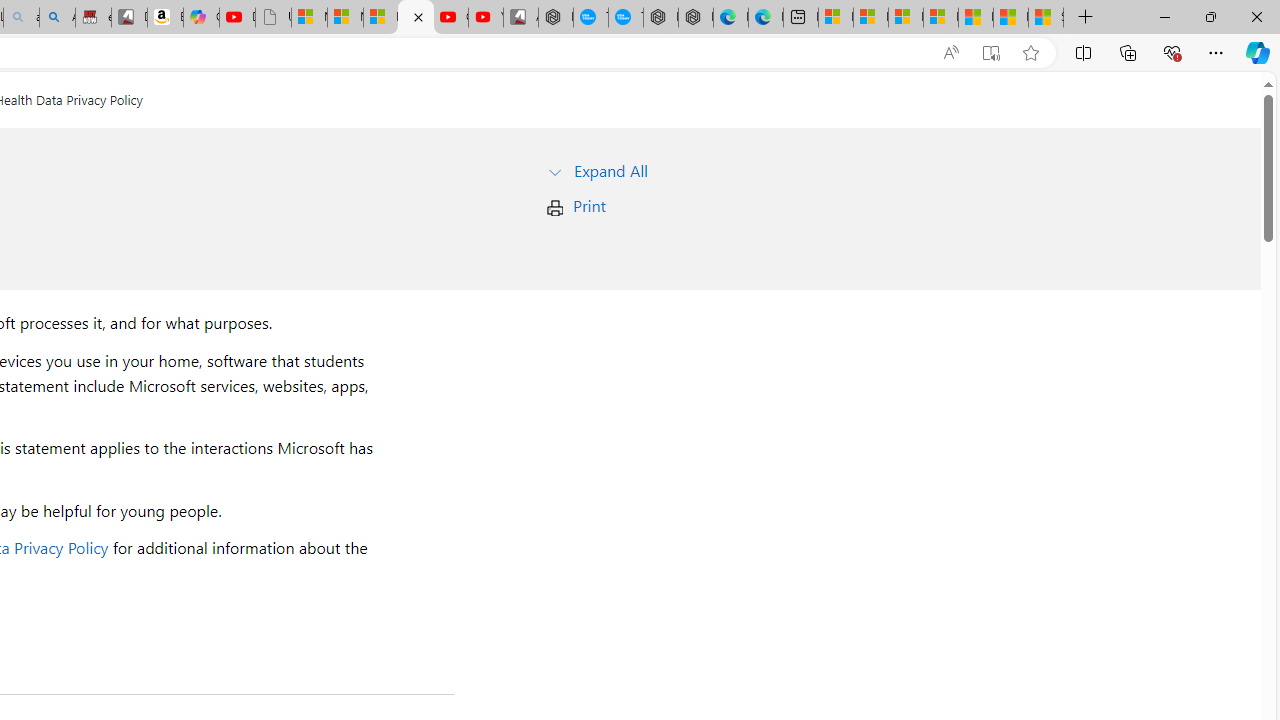 This screenshot has width=1280, height=720. Describe the element at coordinates (588, 205) in the screenshot. I see `'Print'` at that location.